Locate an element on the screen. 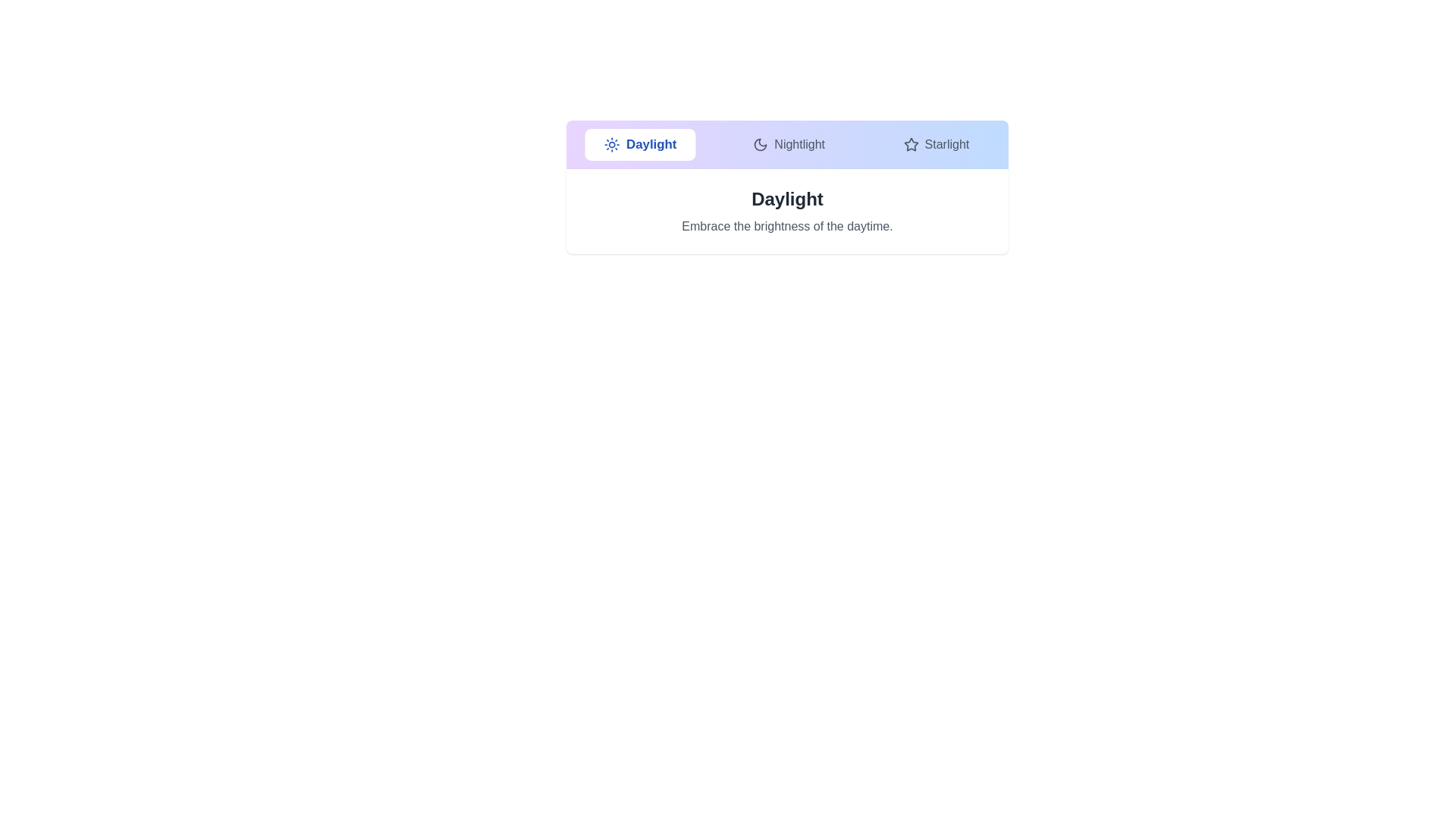 The image size is (1456, 819). the tab labeled Starlight is located at coordinates (935, 145).